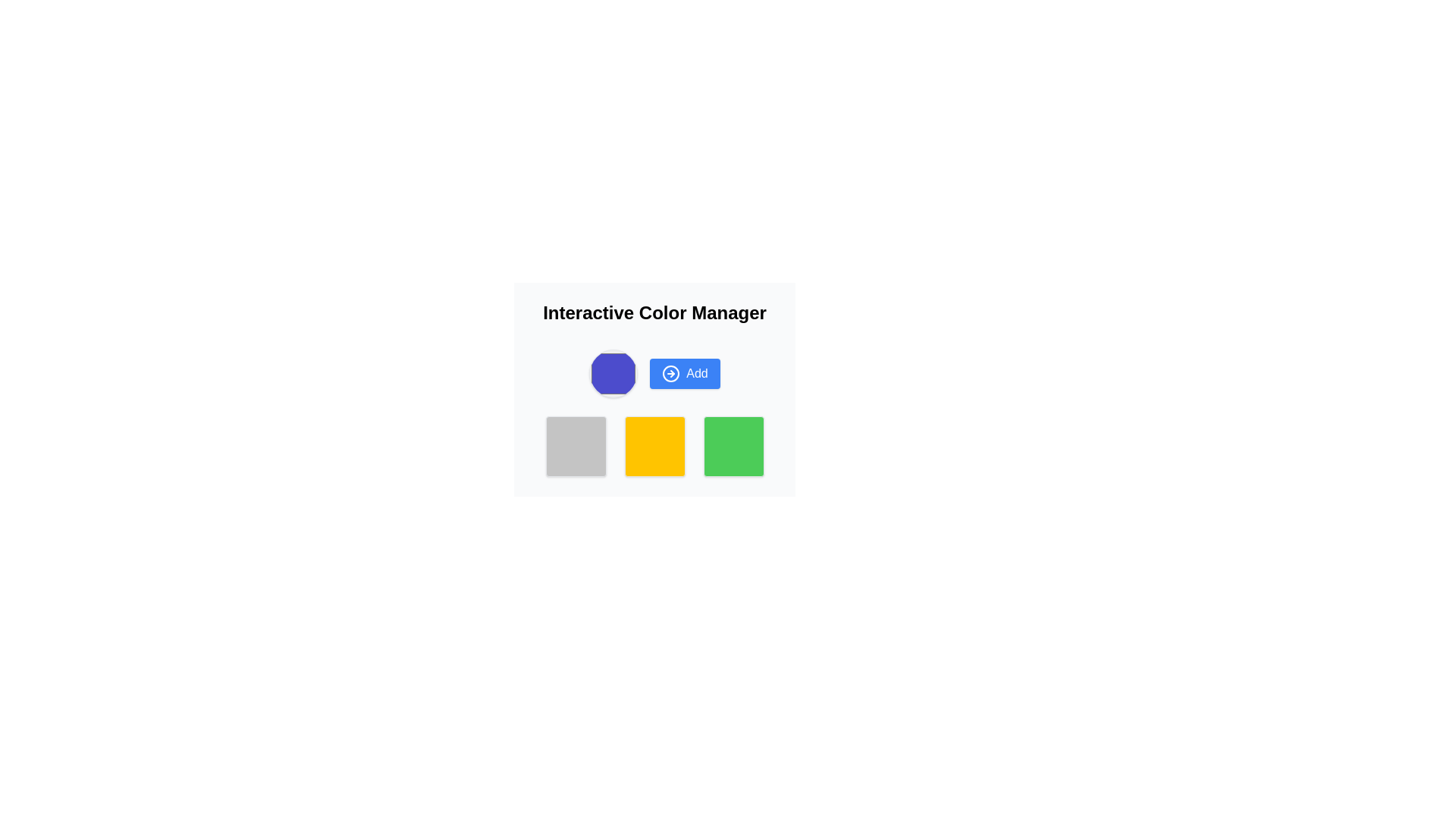  Describe the element at coordinates (670, 374) in the screenshot. I see `the circular icon with a right-pointing arrow inside the blue outlined button labeled 'Add' to highlight or activate the adjacent tooltip` at that location.